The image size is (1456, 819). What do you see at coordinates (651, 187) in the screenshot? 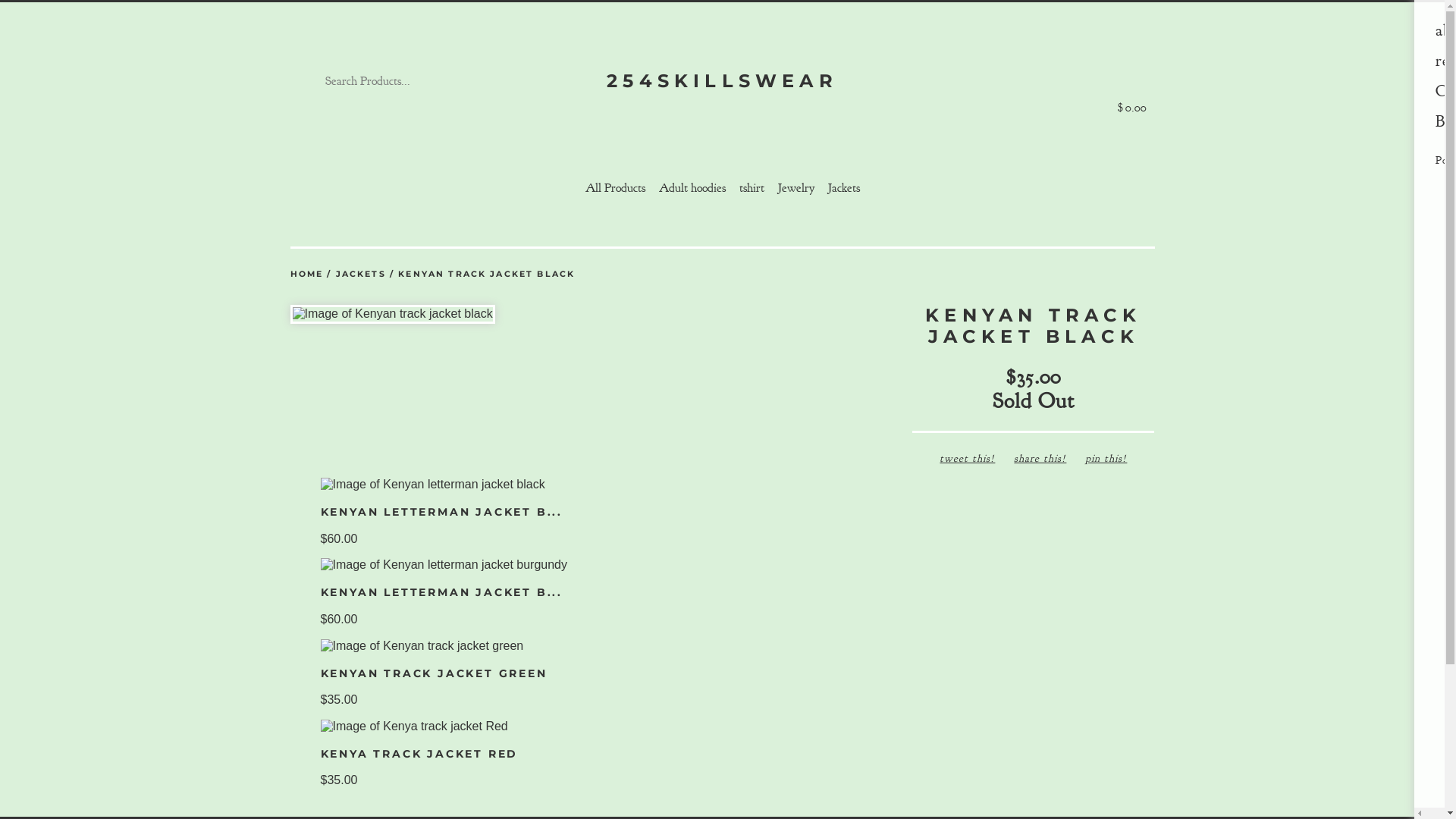
I see `'Adult hoodies'` at bounding box center [651, 187].